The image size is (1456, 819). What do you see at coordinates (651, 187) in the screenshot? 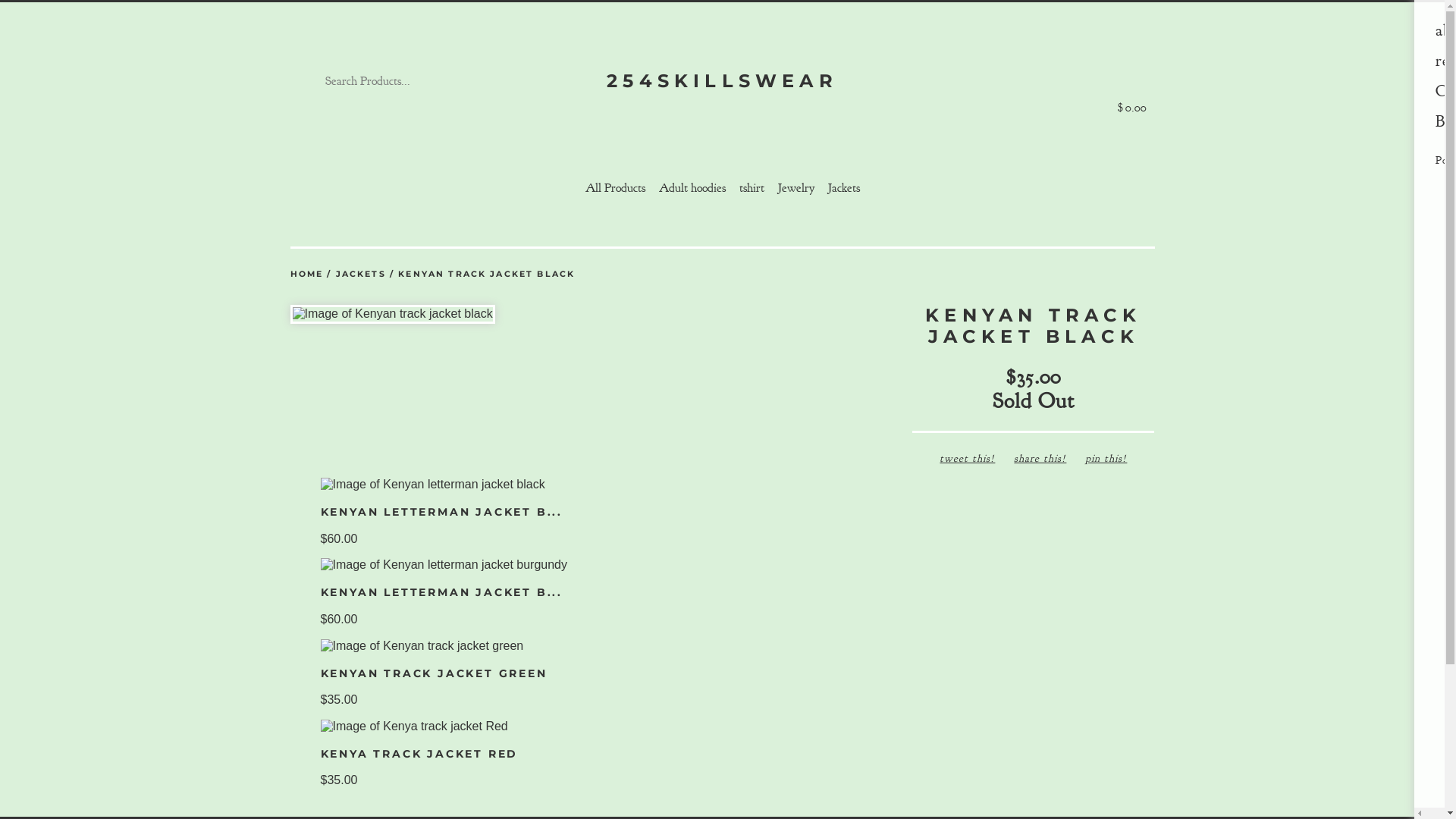
I see `'Adult hoodies'` at bounding box center [651, 187].